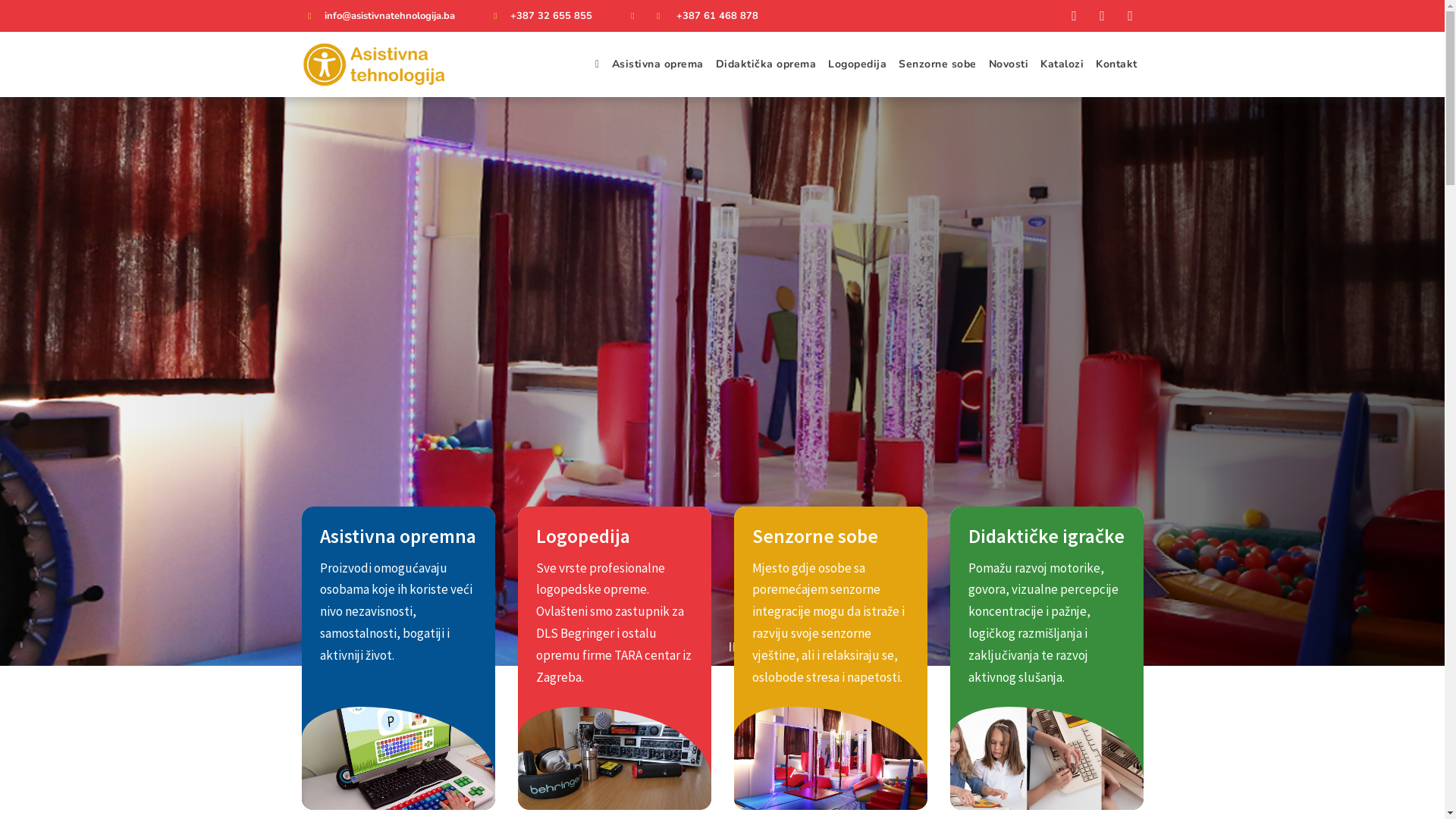  Describe the element at coordinates (1061, 63) in the screenshot. I see `'Katalozi'` at that location.